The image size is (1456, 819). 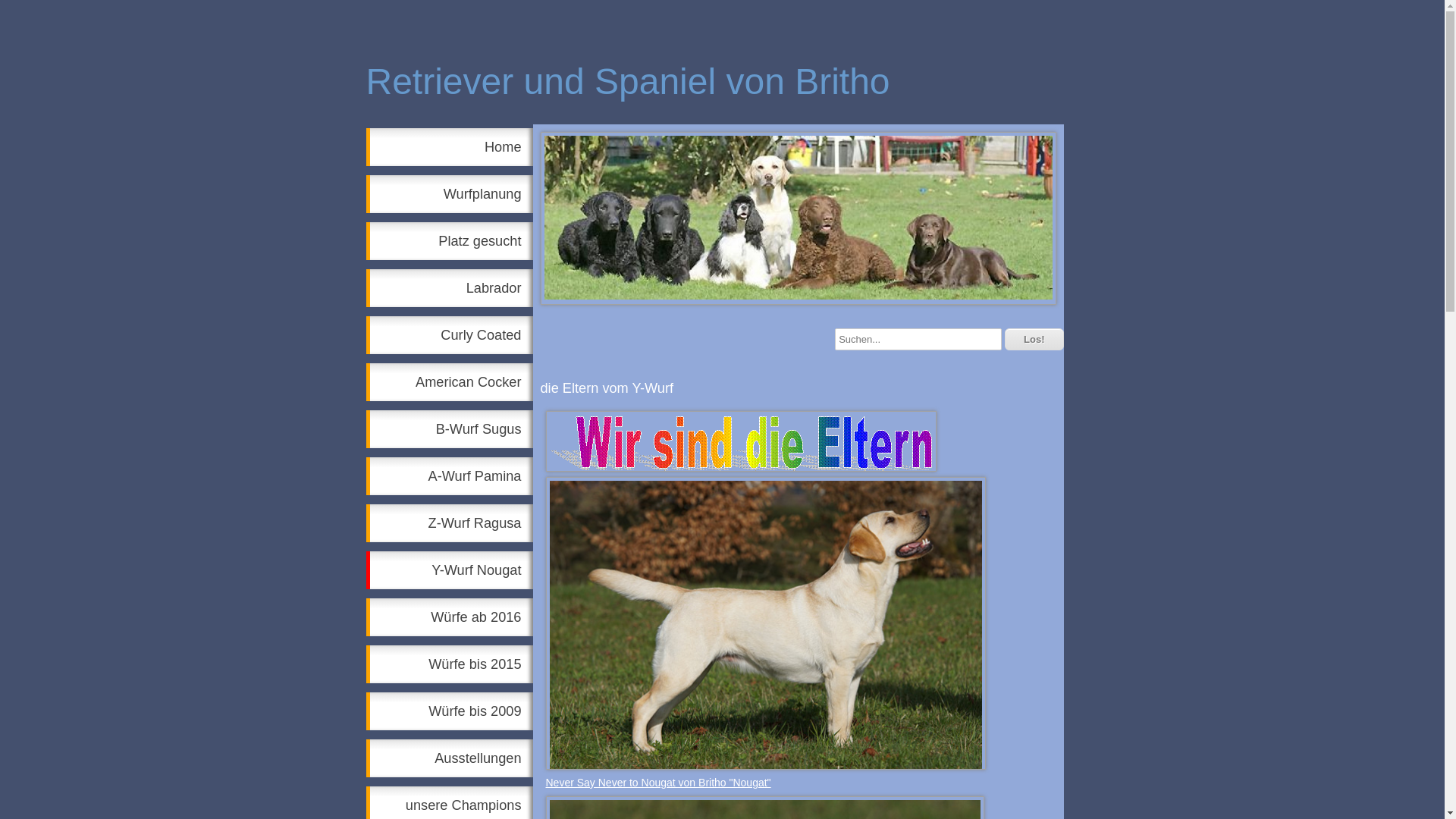 I want to click on 'Curly Coated', so click(x=447, y=334).